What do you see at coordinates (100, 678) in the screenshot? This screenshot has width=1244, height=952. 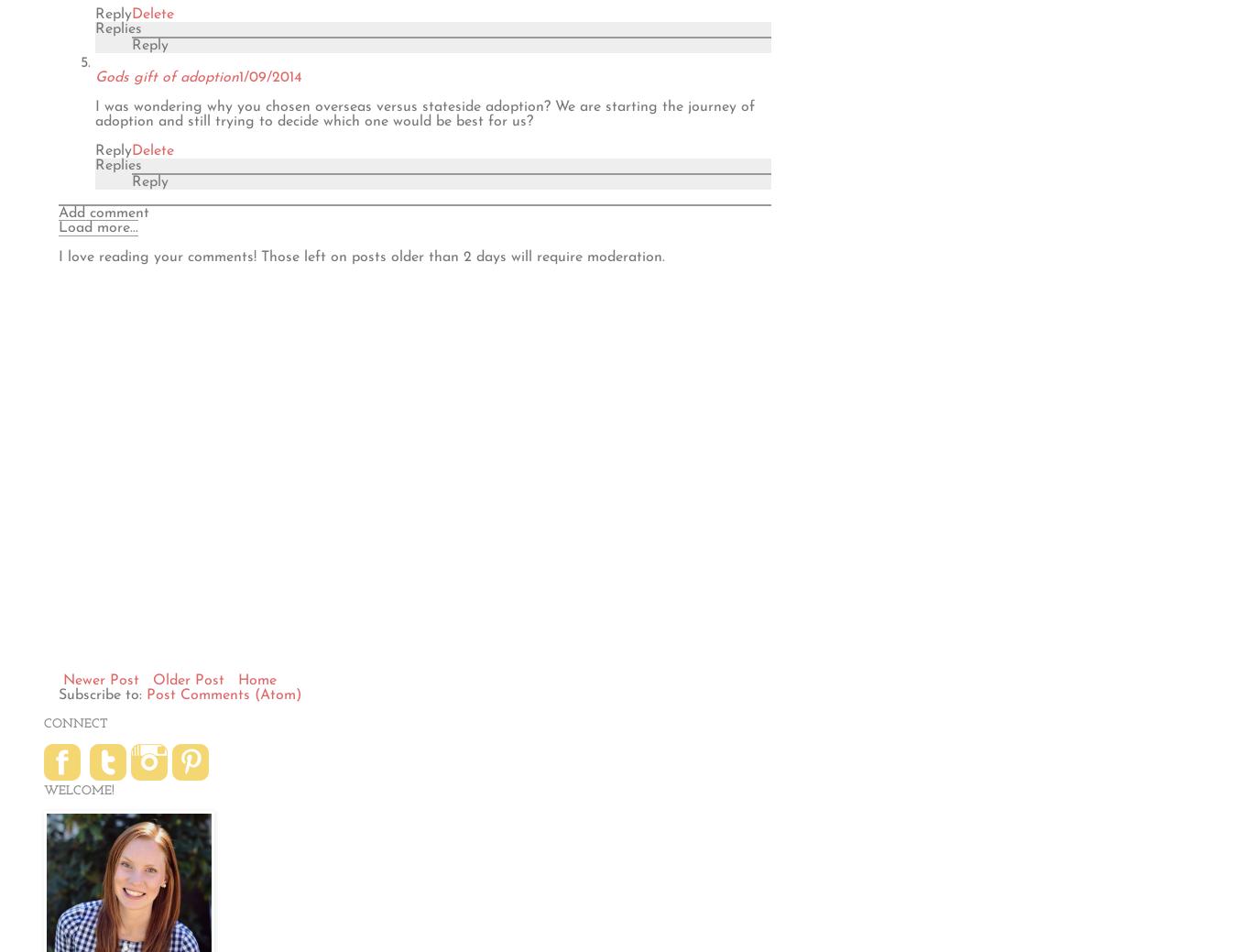 I see `'Newer Post'` at bounding box center [100, 678].